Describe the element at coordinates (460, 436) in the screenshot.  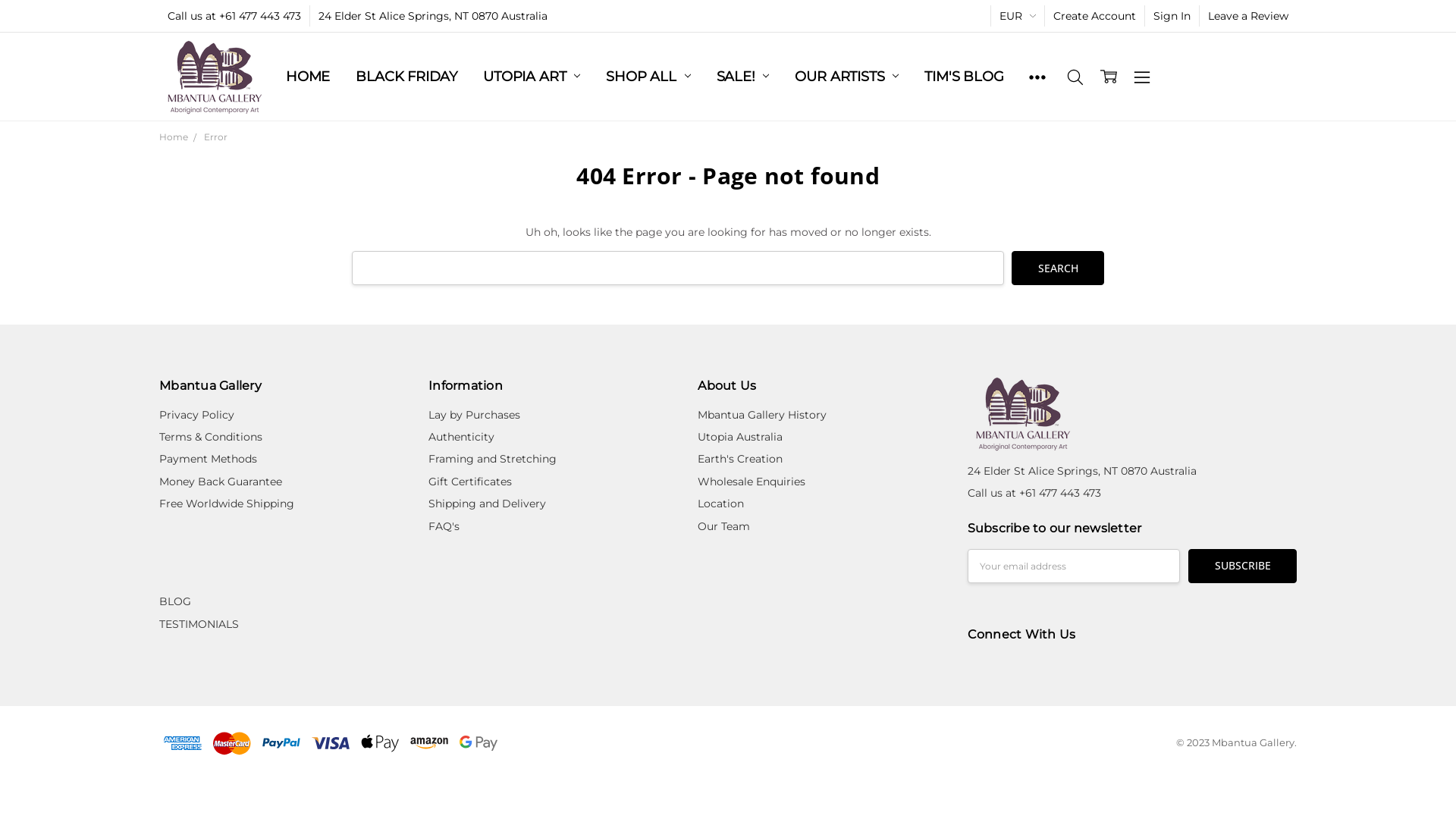
I see `'Authenticity'` at that location.